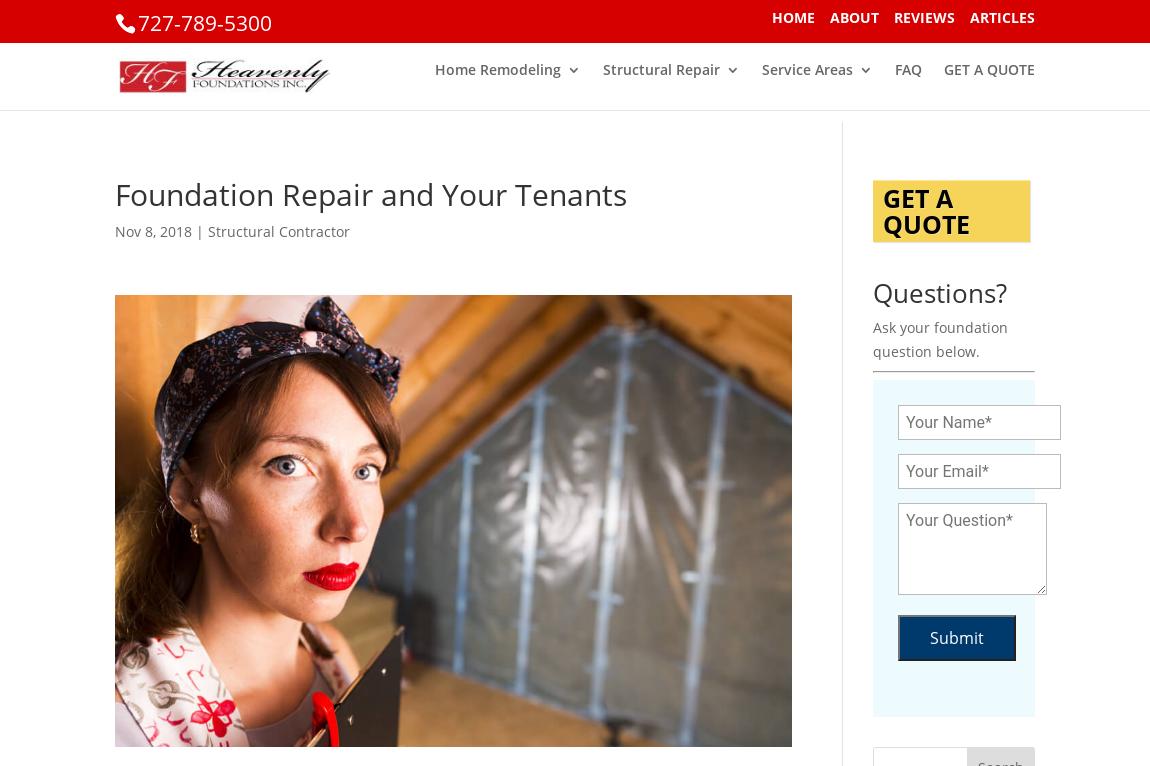 Image resolution: width=1150 pixels, height=766 pixels. What do you see at coordinates (924, 15) in the screenshot?
I see `'REVIEWS'` at bounding box center [924, 15].